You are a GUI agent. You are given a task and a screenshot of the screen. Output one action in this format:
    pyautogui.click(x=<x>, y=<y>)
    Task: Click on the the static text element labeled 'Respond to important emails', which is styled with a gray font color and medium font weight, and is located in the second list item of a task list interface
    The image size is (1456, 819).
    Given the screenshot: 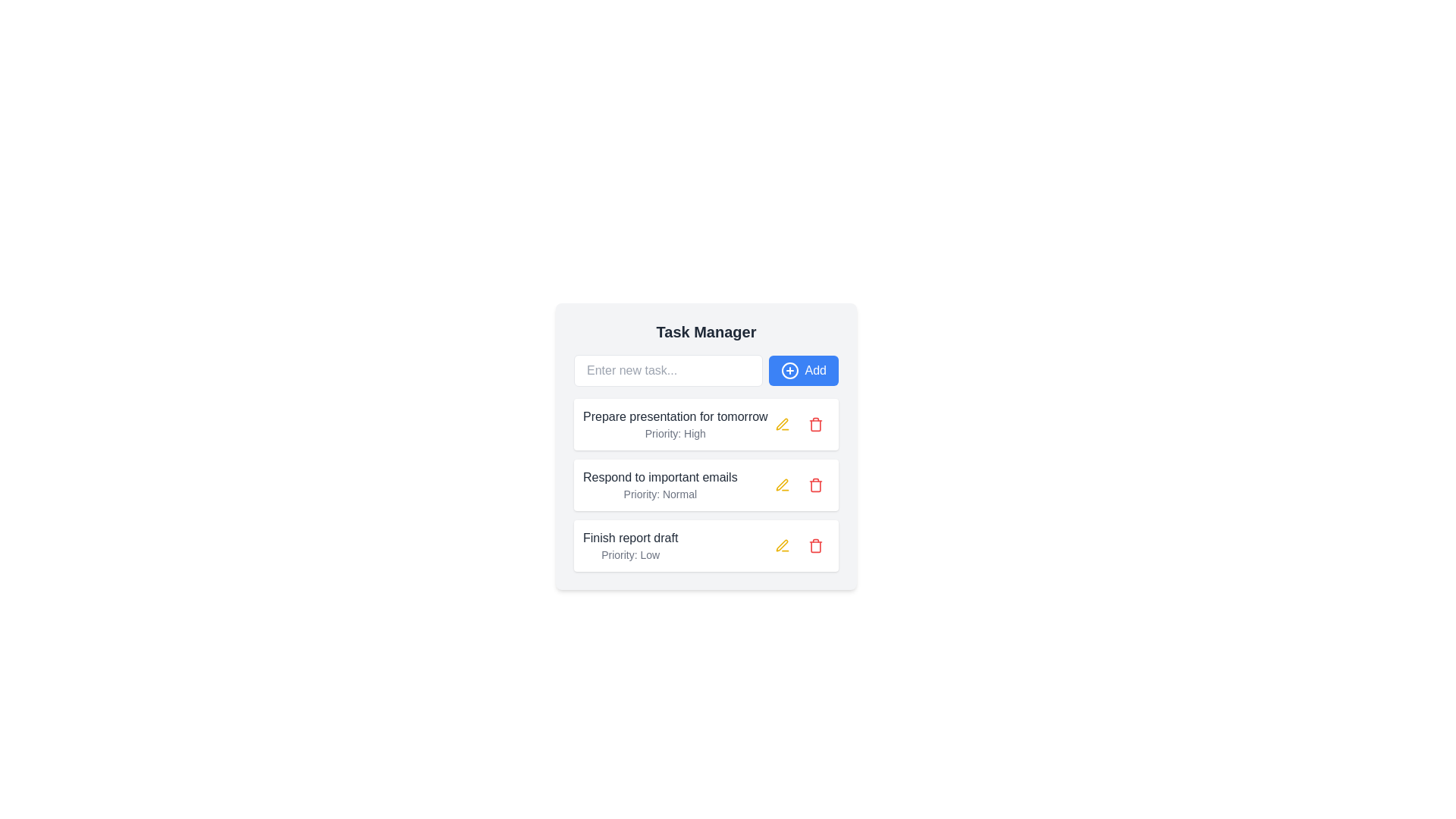 What is the action you would take?
    pyautogui.click(x=660, y=476)
    